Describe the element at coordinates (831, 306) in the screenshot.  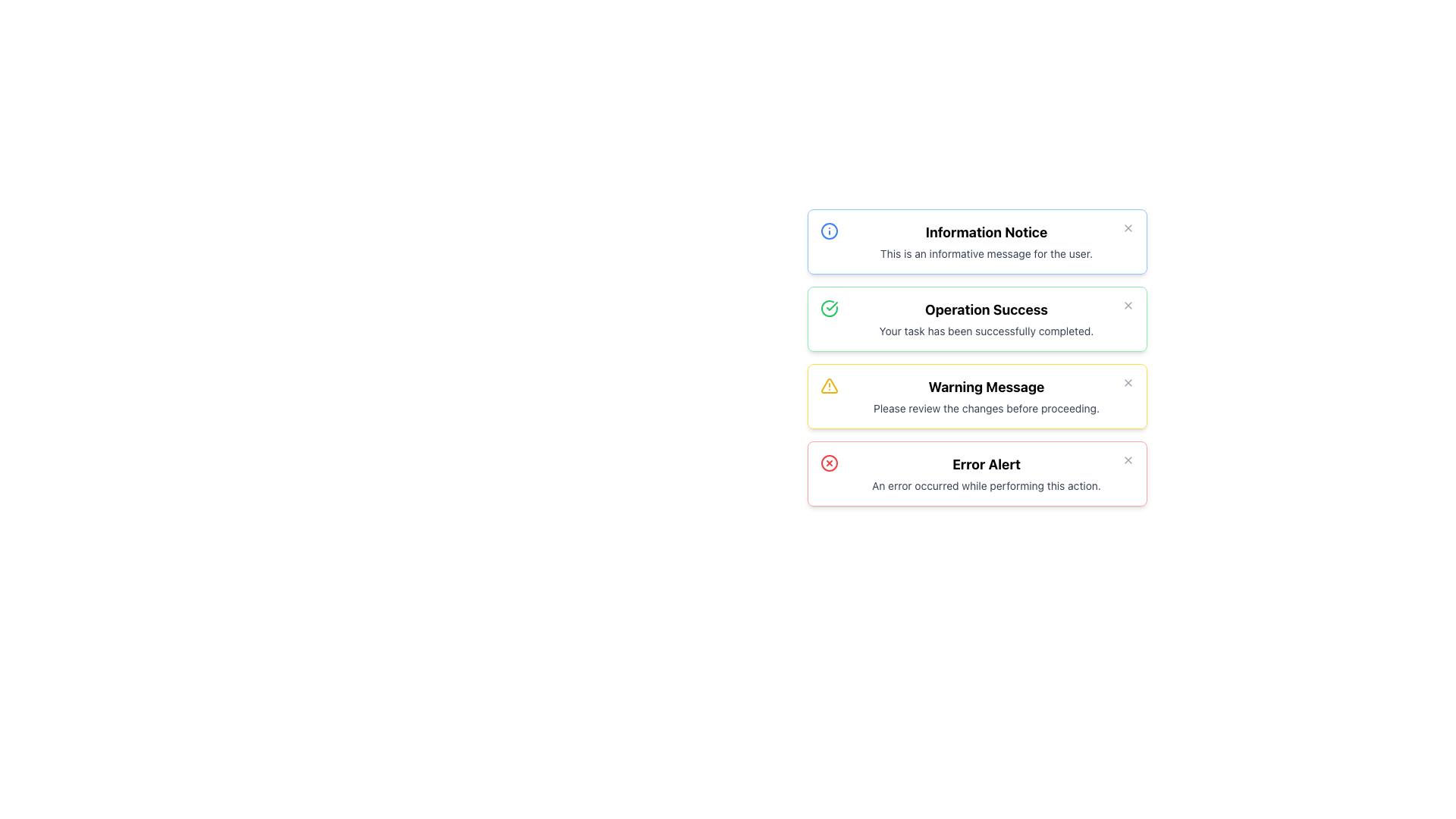
I see `the checkmark icon located inside the second notification box titled 'Operation Success', positioned to the left of the text content` at that location.